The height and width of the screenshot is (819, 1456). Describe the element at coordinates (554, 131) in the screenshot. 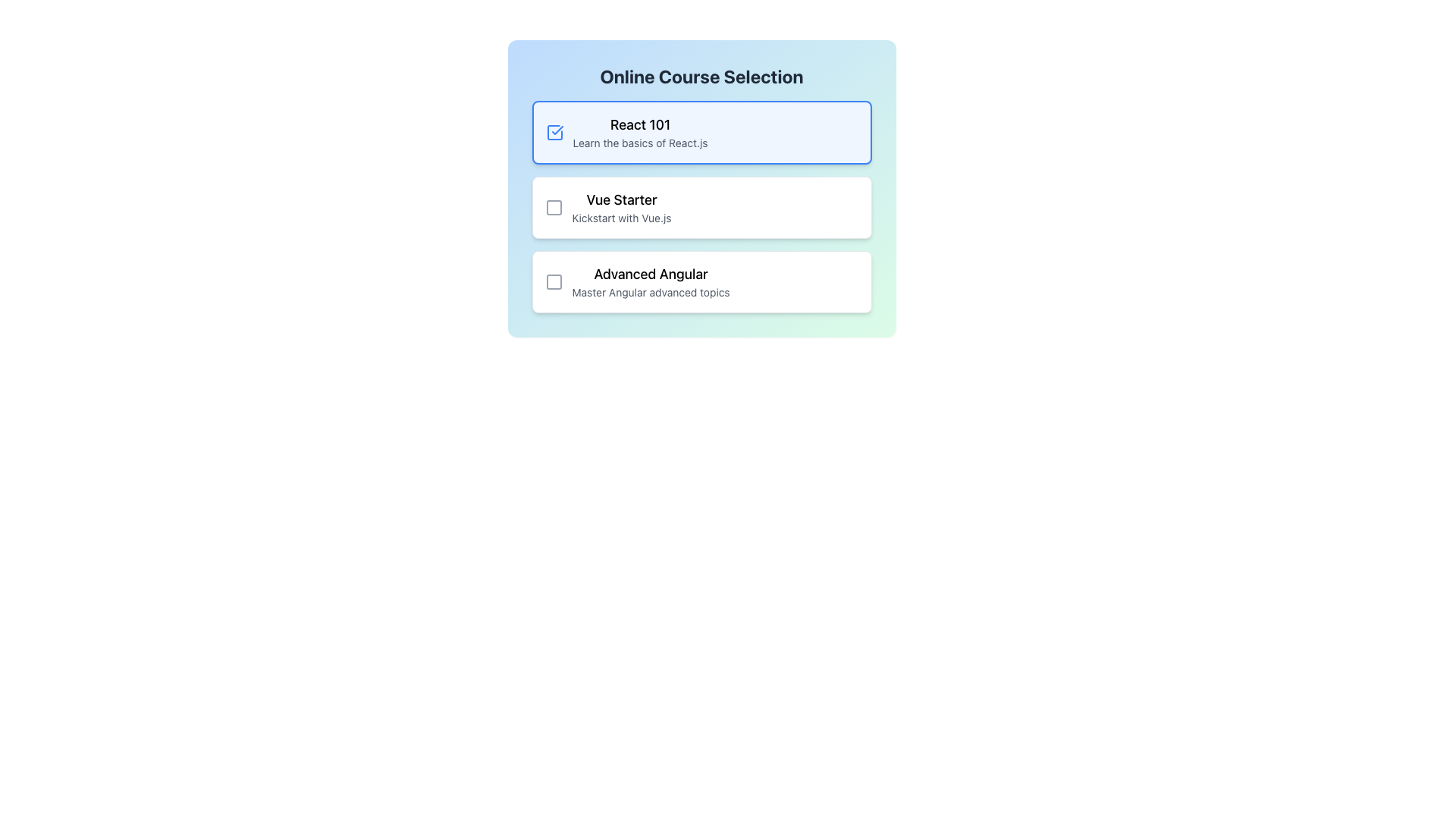

I see `the checkbox for the 'React 101' course` at that location.